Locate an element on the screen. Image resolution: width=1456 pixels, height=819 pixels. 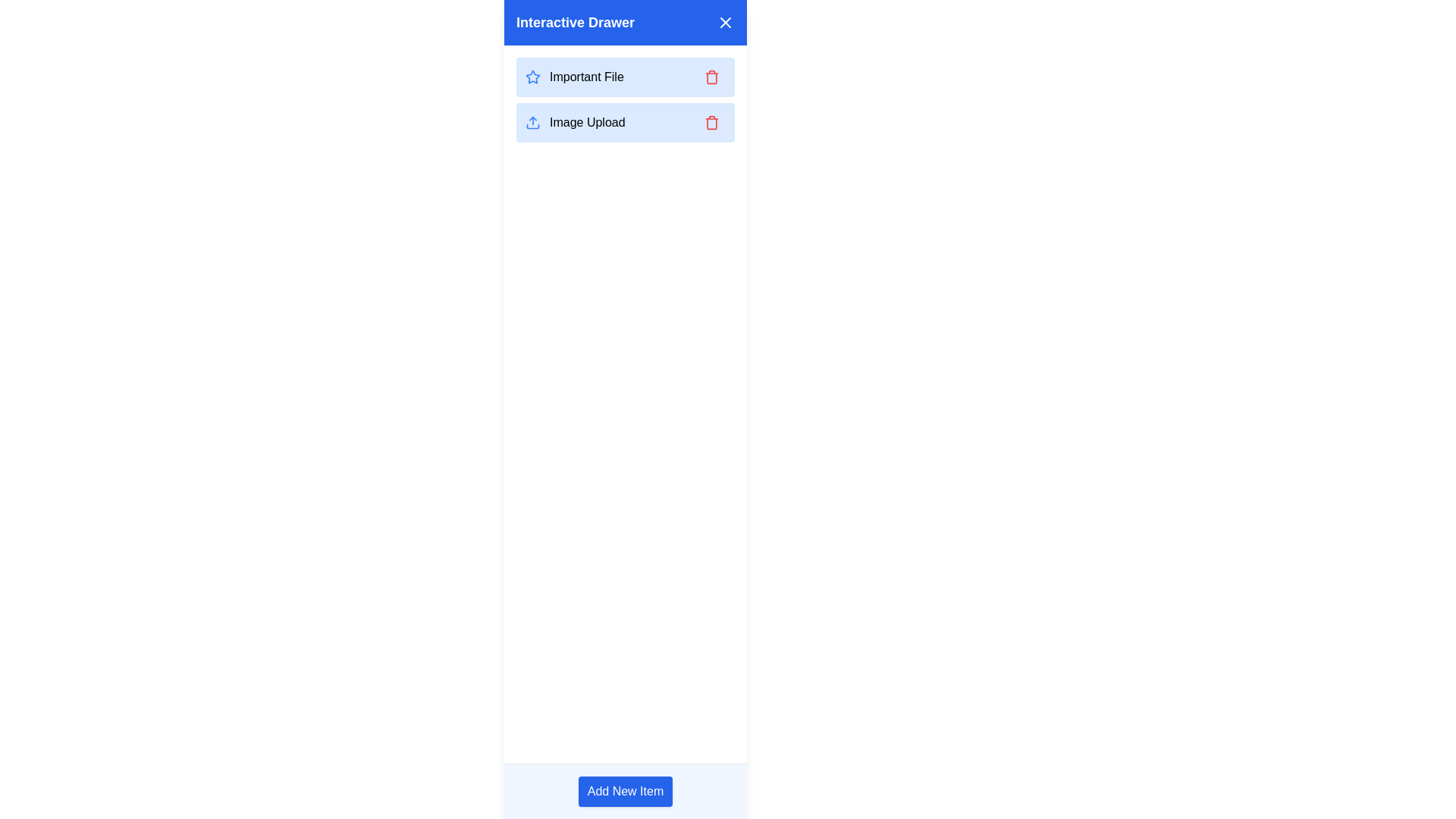
the small red trash can icon button located in the top action section of the 'Important File' block is located at coordinates (711, 77).